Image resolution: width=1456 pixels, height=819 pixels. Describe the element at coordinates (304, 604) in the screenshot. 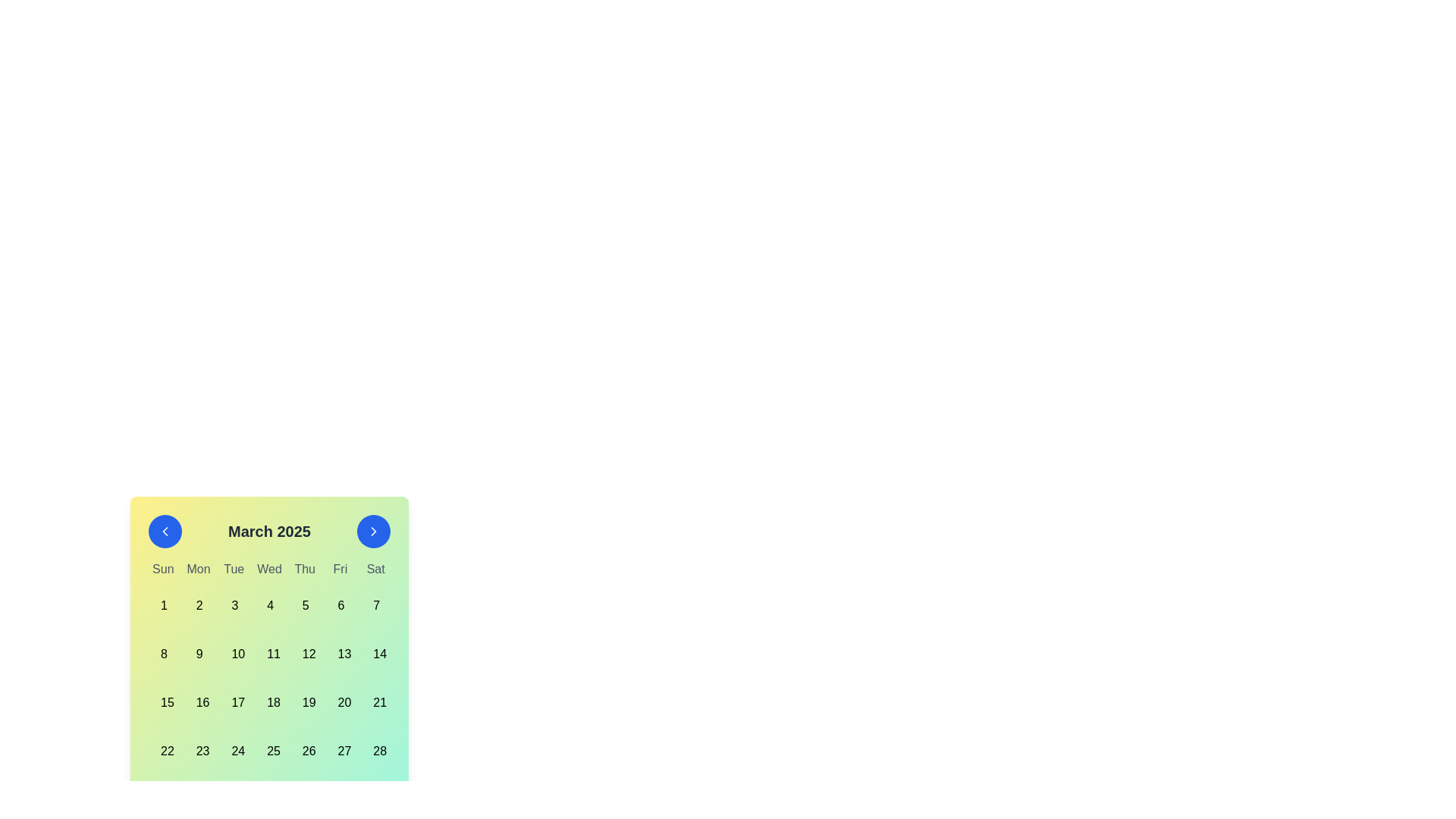

I see `the calendar day cell representing the fifth day of the month located in the first row and fifth column of the calendar grid under 'Thu'` at that location.